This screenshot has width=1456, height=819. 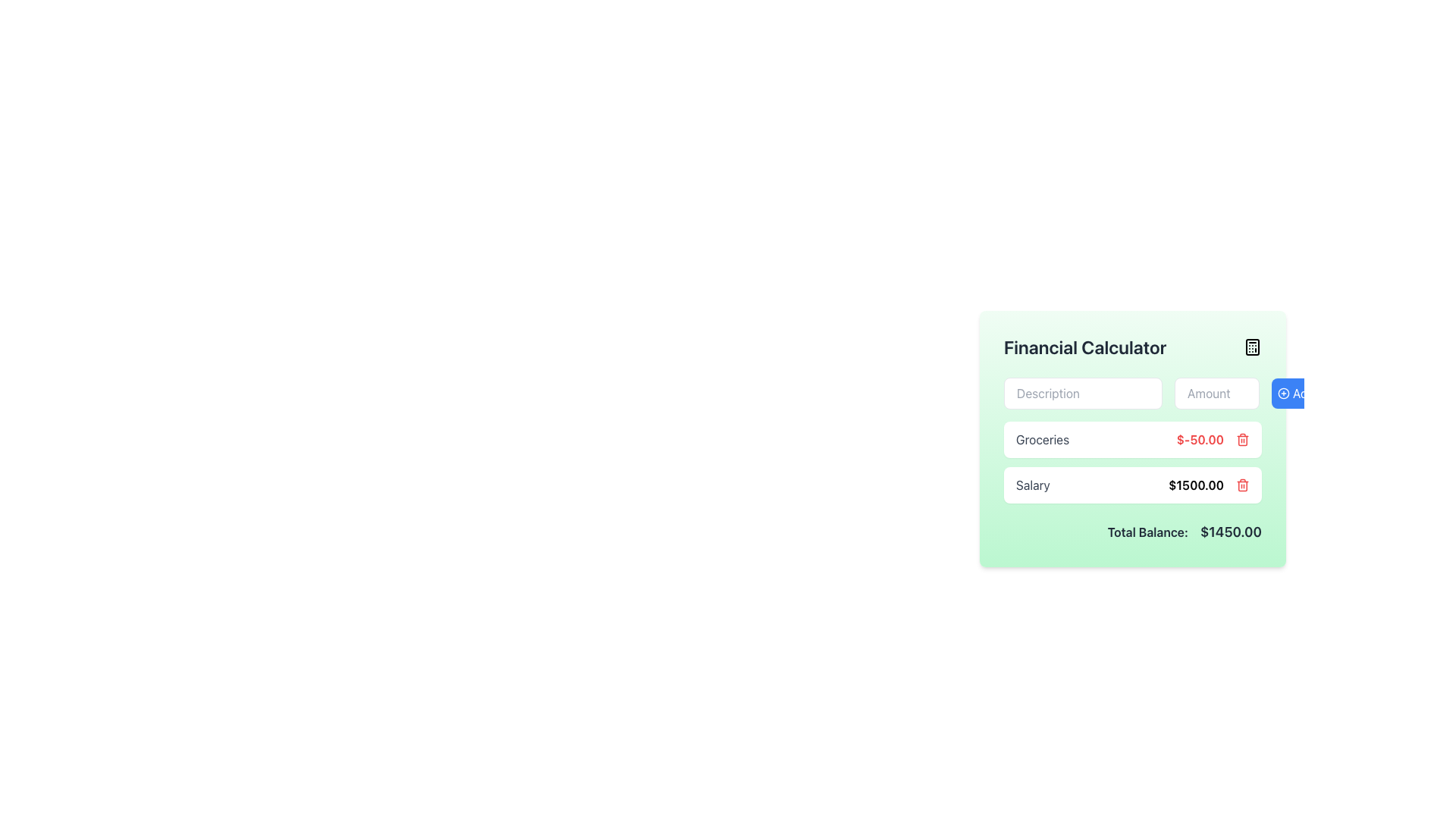 I want to click on the 'Total Balance: $1450.00' text display element located at the bottom of the 'Financial Calculator' panel, so click(x=1132, y=532).